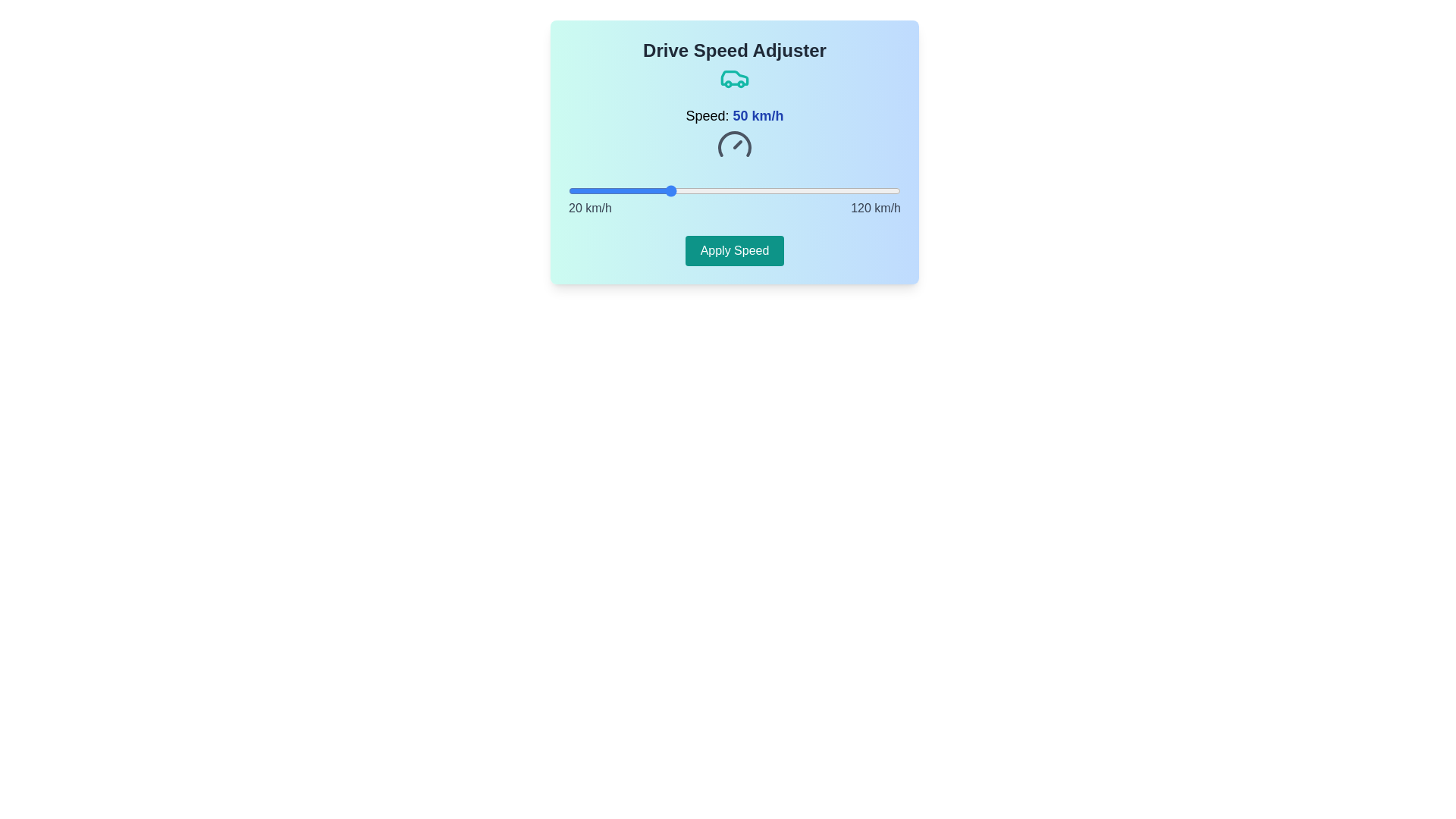 This screenshot has width=1456, height=819. I want to click on the speed slider to set the speed to 82 km/h, so click(774, 190).